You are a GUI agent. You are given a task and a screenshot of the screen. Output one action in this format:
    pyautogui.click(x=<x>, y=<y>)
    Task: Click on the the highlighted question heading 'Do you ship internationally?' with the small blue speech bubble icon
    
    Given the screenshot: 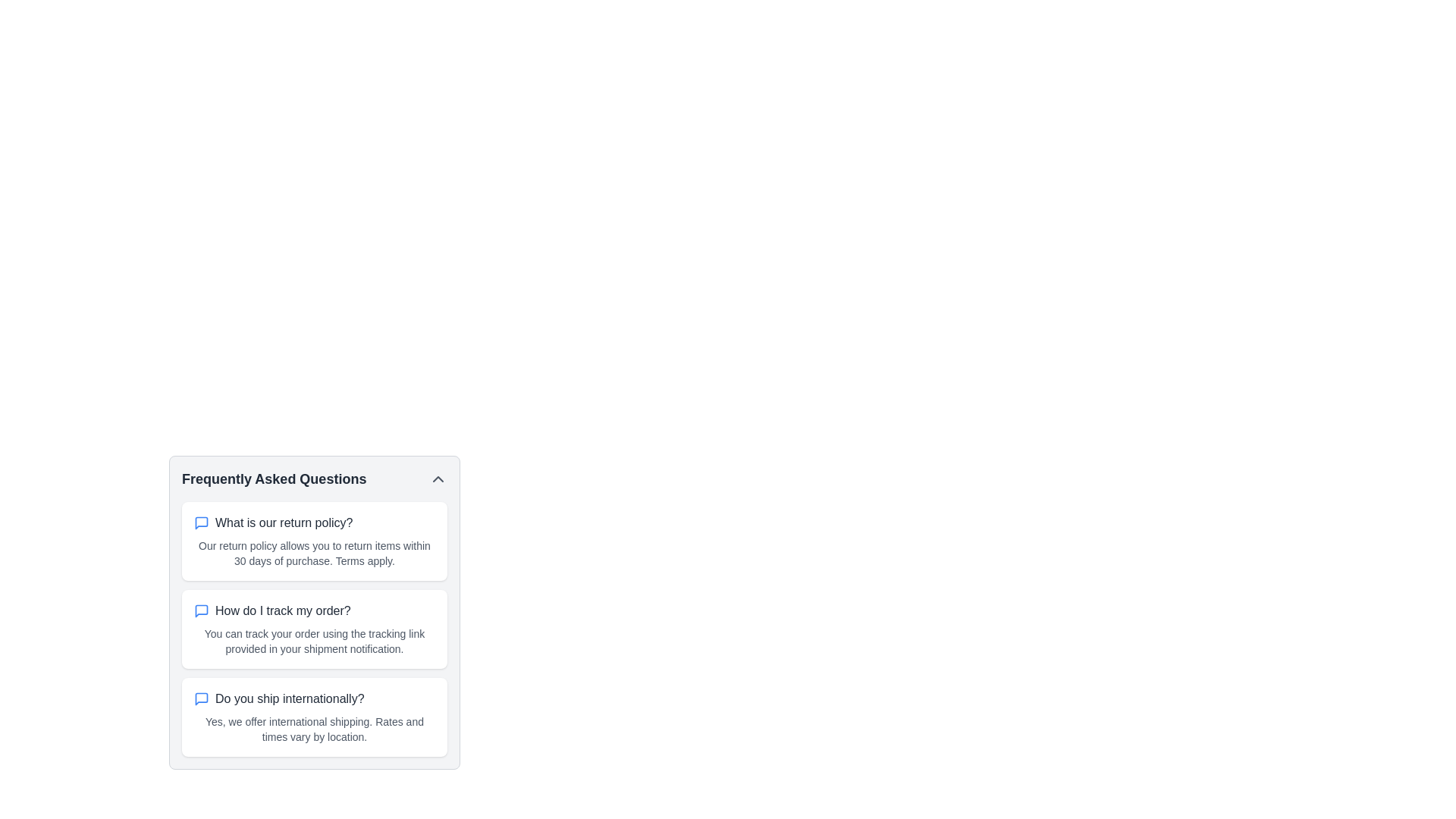 What is the action you would take?
    pyautogui.click(x=313, y=698)
    